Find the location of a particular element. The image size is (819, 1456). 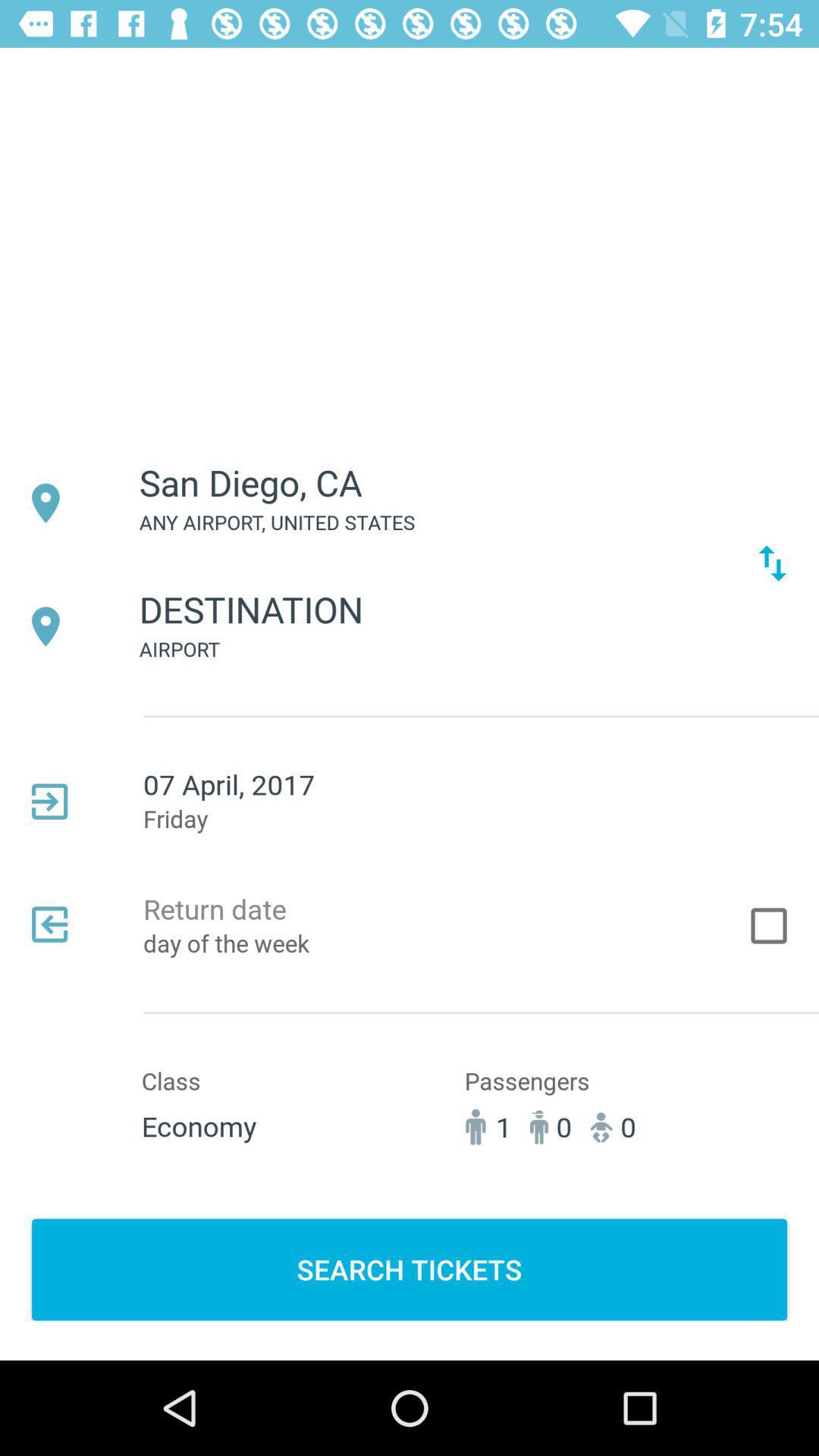

the icon below 1 is located at coordinates (409, 1269).